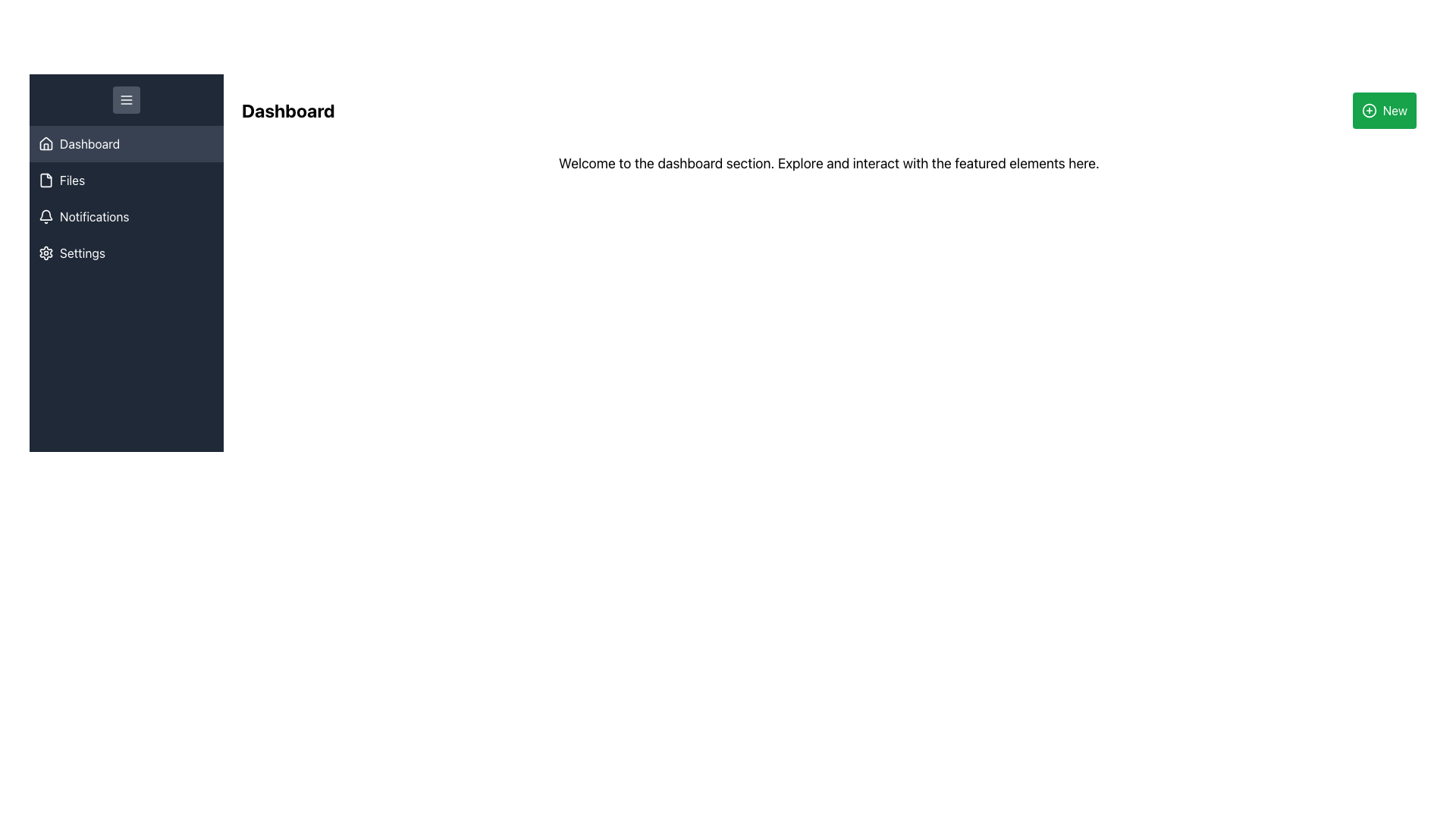 This screenshot has height=819, width=1456. Describe the element at coordinates (81, 253) in the screenshot. I see `the 'Settings' label in the navigation menu` at that location.